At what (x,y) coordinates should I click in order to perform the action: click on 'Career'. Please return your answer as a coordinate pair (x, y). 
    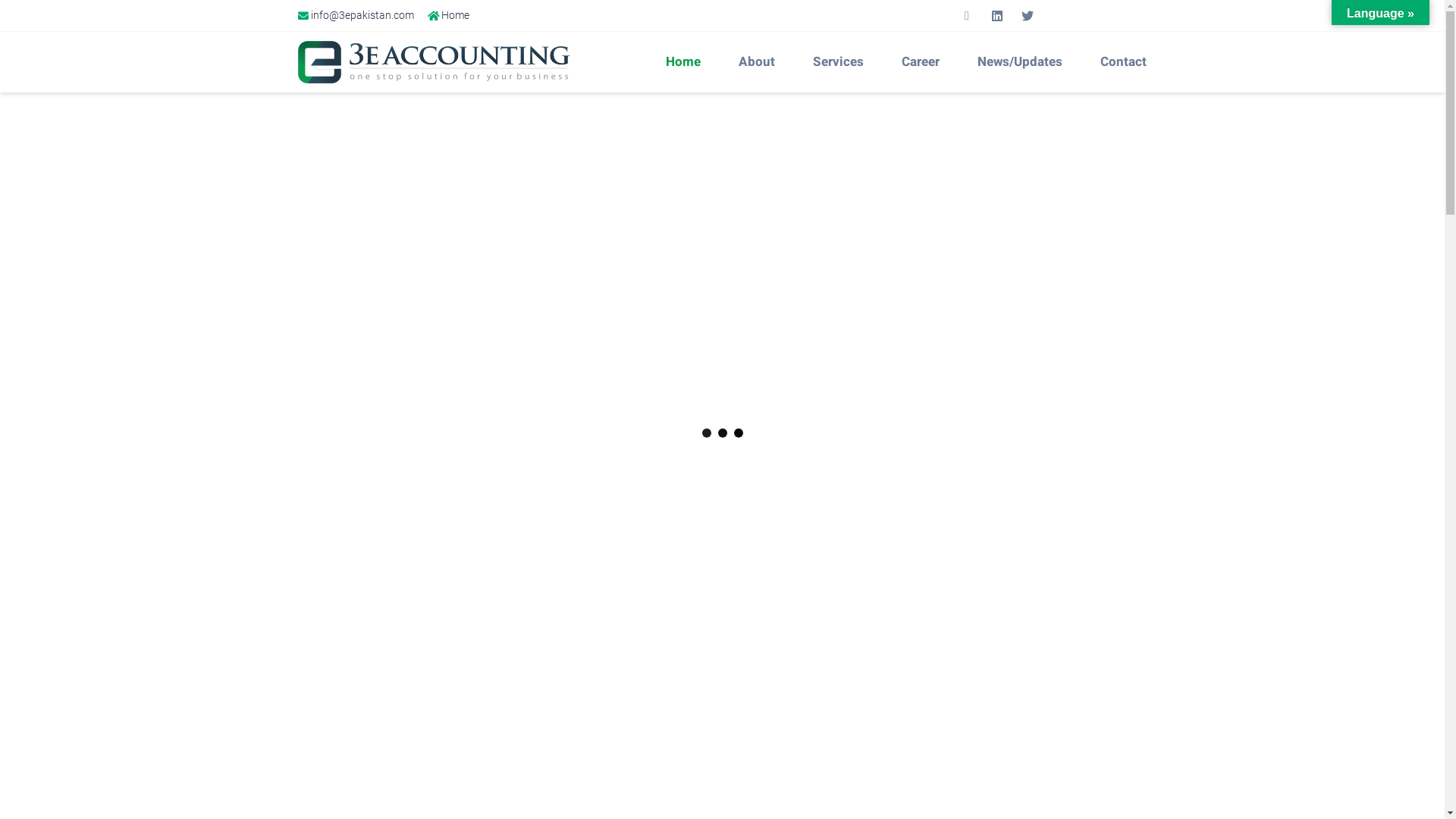
    Looking at the image, I should click on (924, 61).